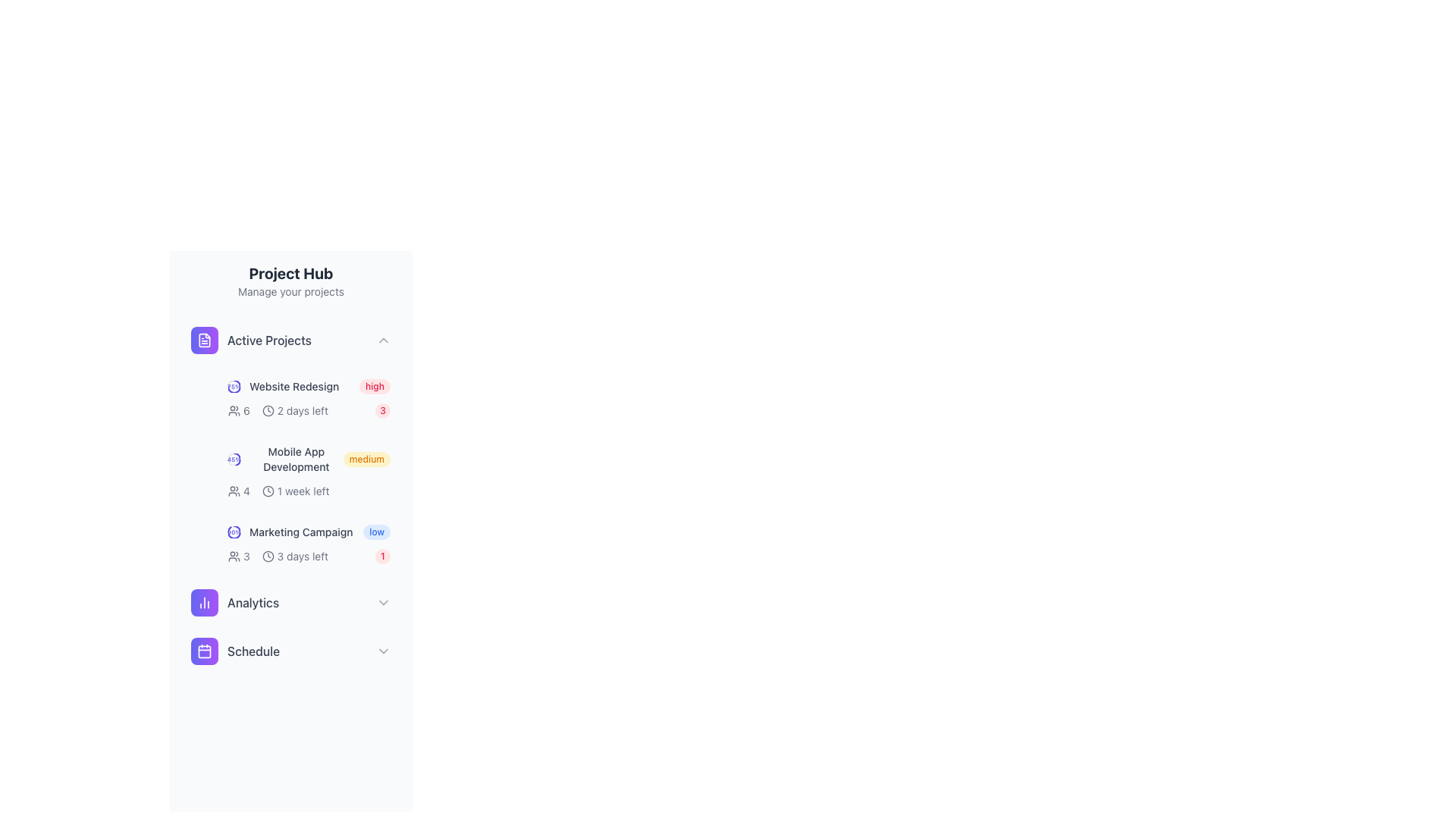 This screenshot has height=819, width=1456. What do you see at coordinates (291, 444) in the screenshot?
I see `the 'Mobile App Development' informational card located in the 'Active Projects' section for more details` at bounding box center [291, 444].